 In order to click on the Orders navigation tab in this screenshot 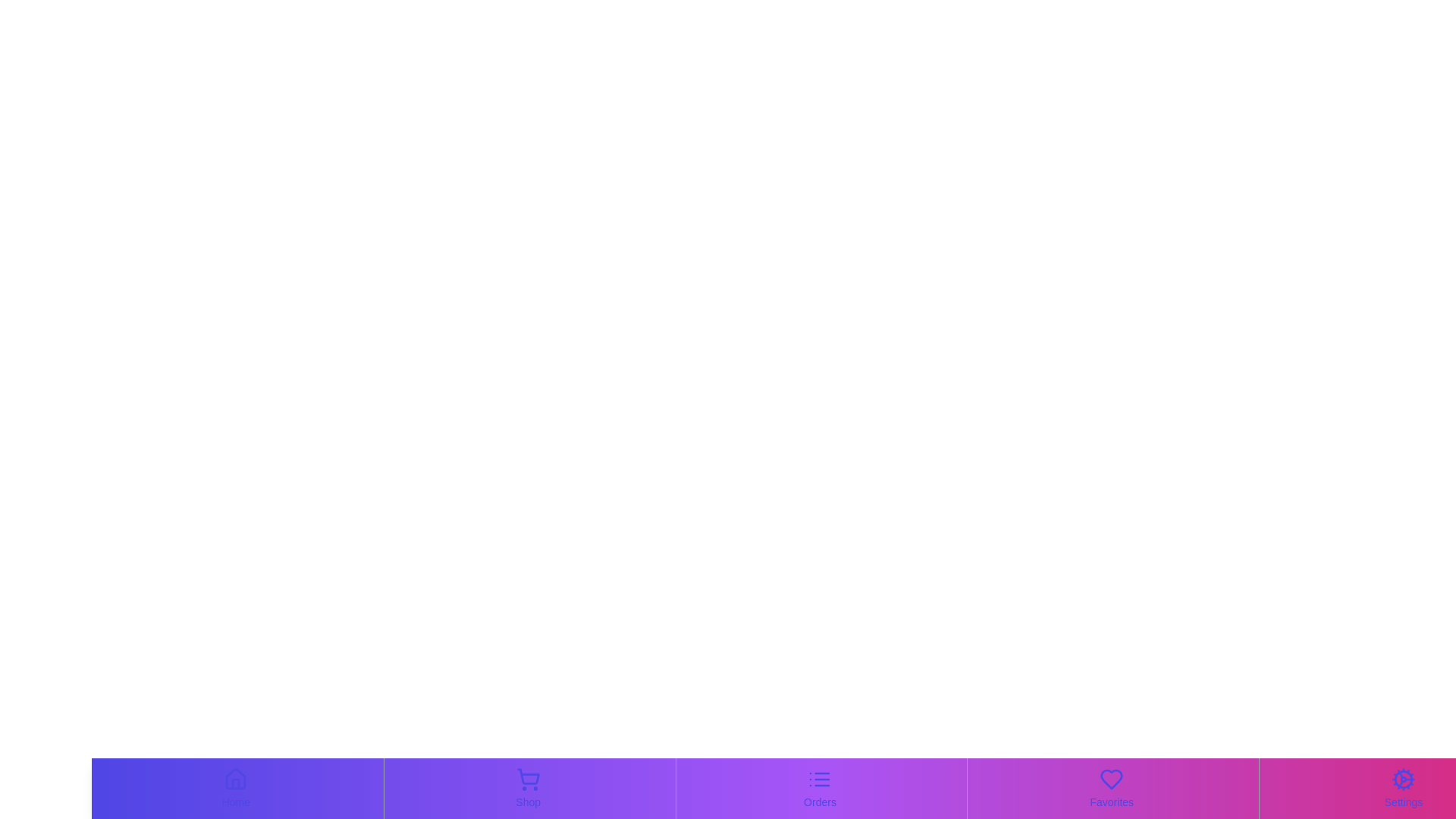, I will do `click(818, 788)`.